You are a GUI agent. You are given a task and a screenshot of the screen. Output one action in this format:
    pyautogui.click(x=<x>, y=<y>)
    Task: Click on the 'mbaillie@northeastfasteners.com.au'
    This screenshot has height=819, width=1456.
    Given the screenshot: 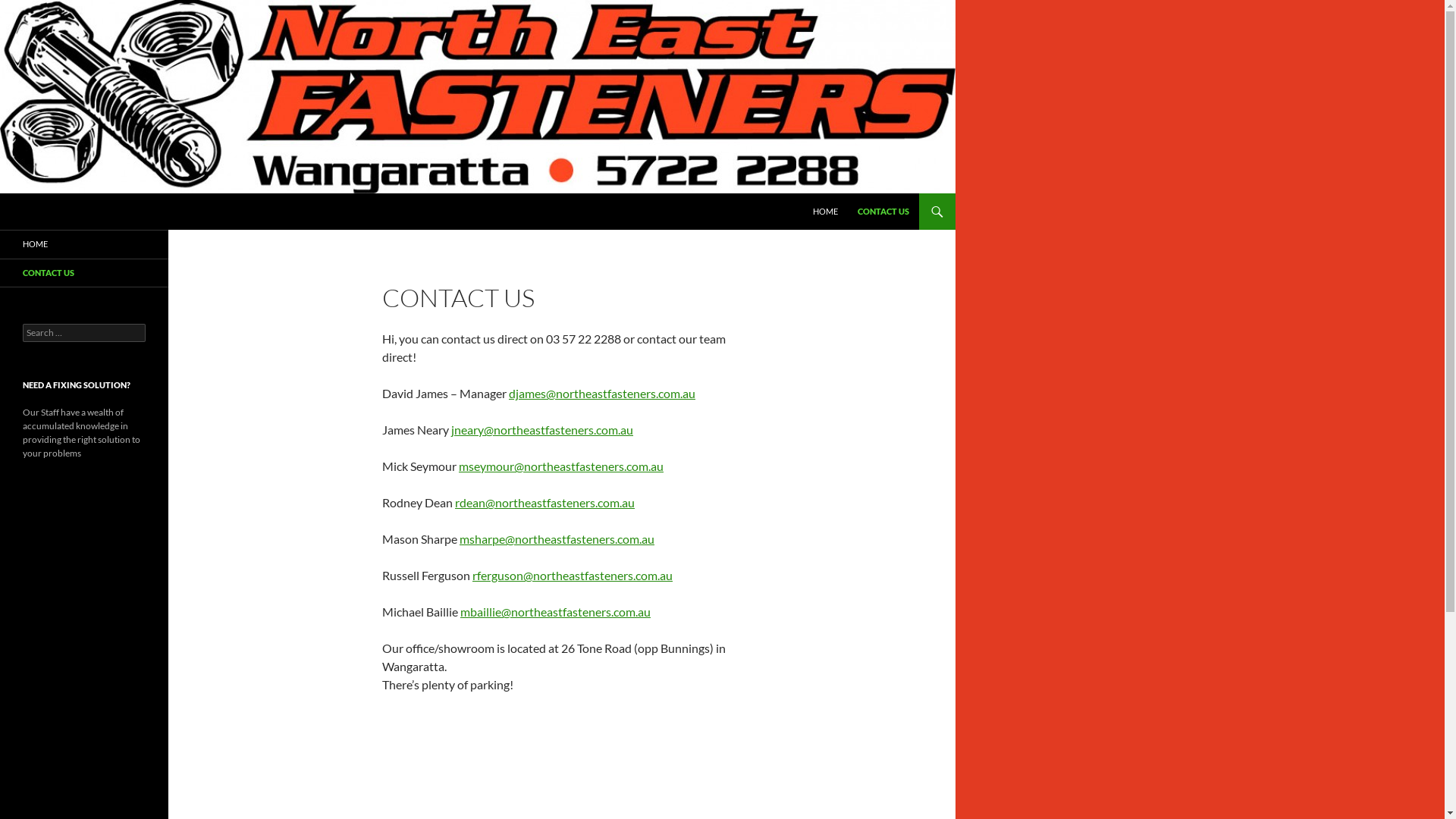 What is the action you would take?
    pyautogui.click(x=554, y=610)
    